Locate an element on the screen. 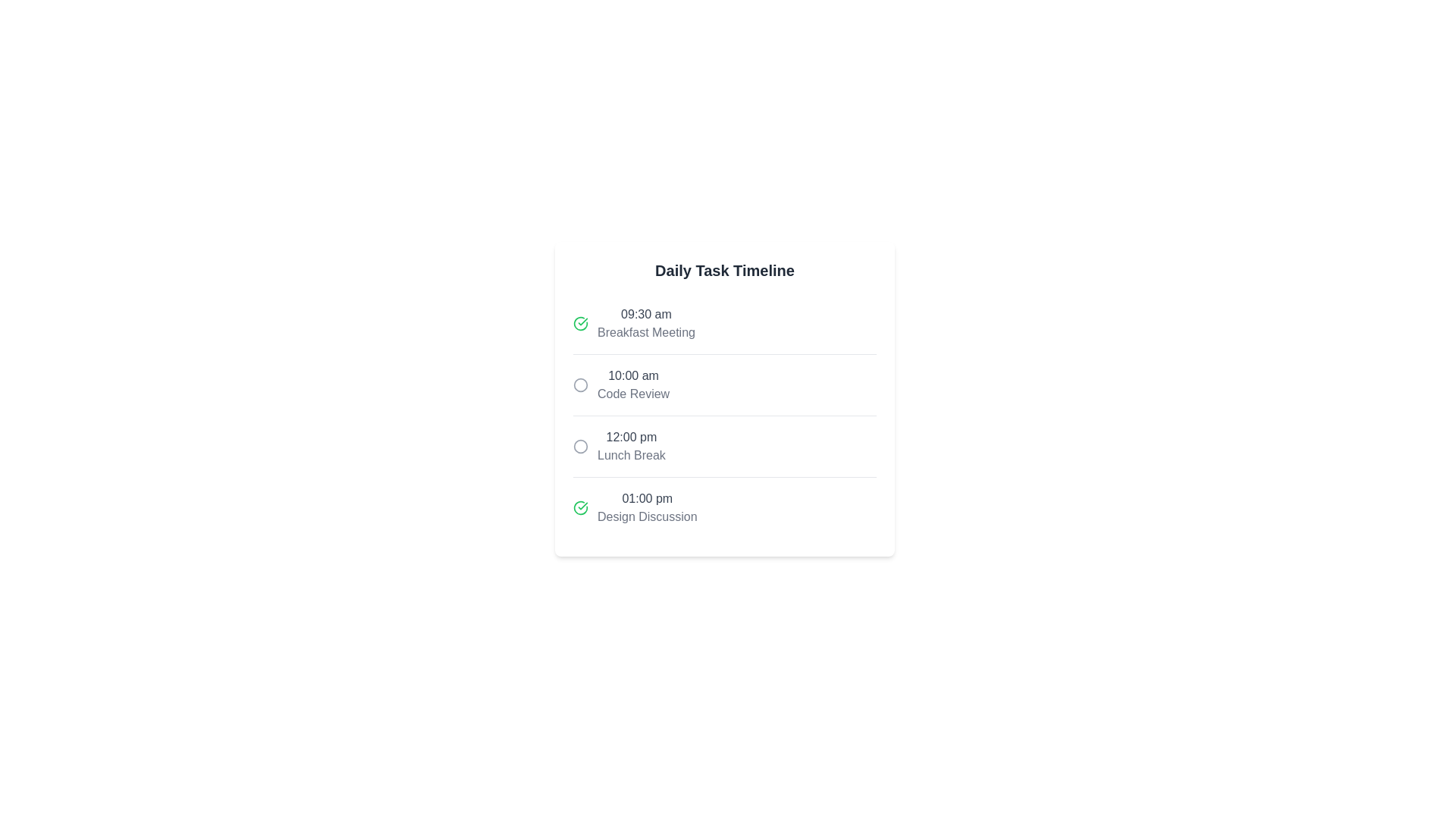  keyboard navigation is located at coordinates (580, 384).